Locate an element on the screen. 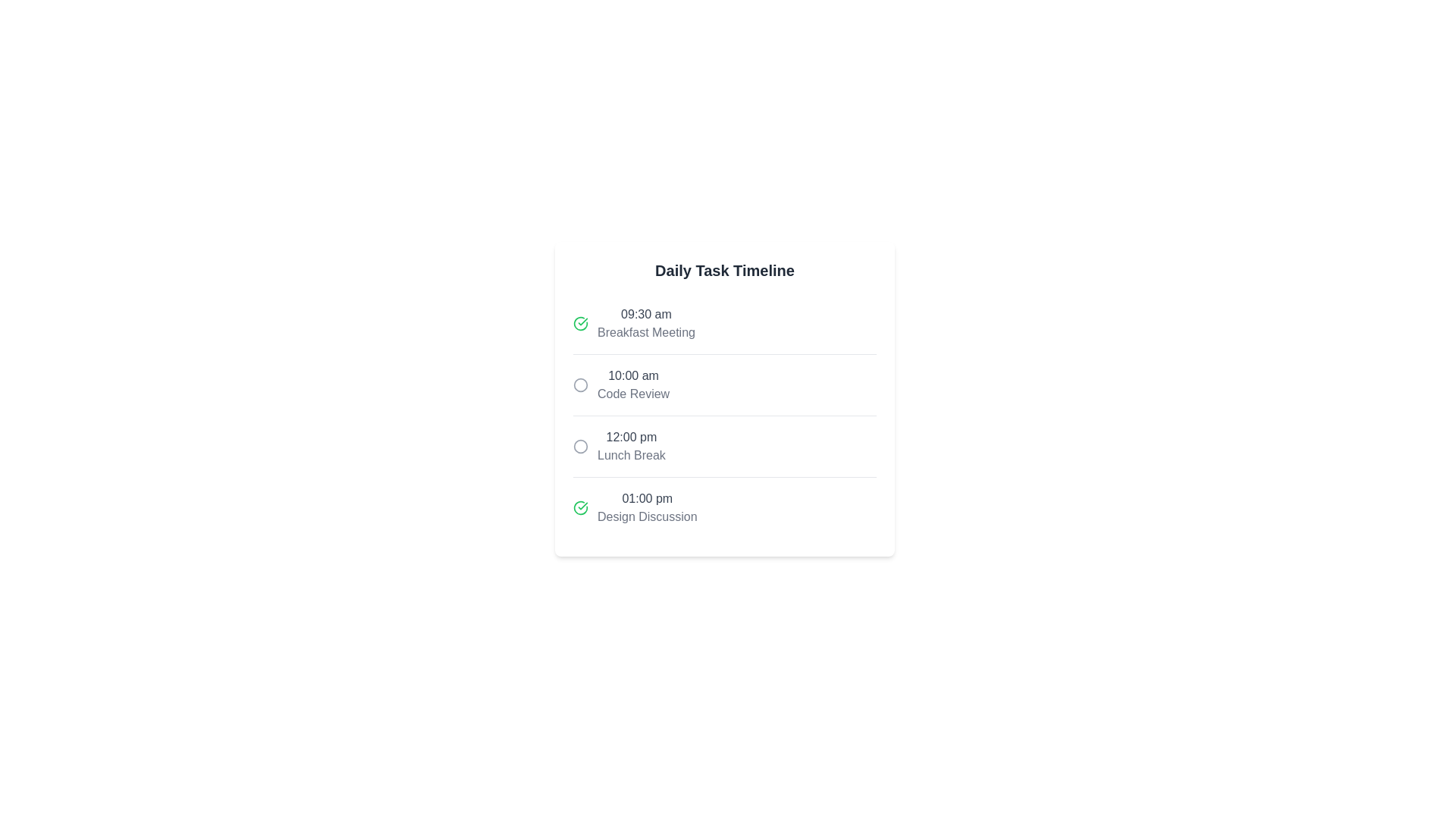  keyboard navigation is located at coordinates (580, 384).